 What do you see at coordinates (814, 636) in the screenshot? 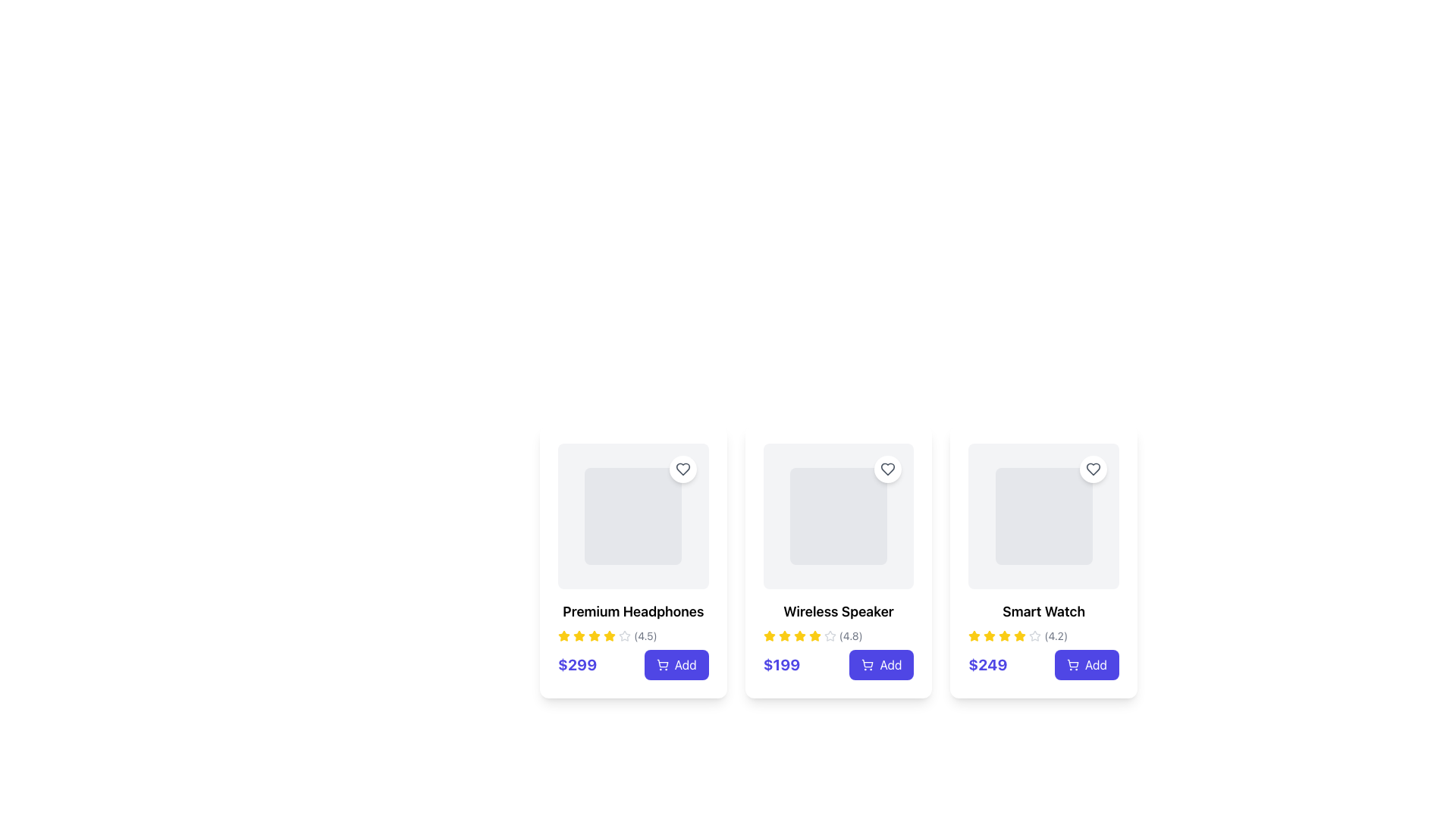
I see `the fifth star icon in the rating section of the 'Wireless Speaker' product card to interact with the rating system` at bounding box center [814, 636].